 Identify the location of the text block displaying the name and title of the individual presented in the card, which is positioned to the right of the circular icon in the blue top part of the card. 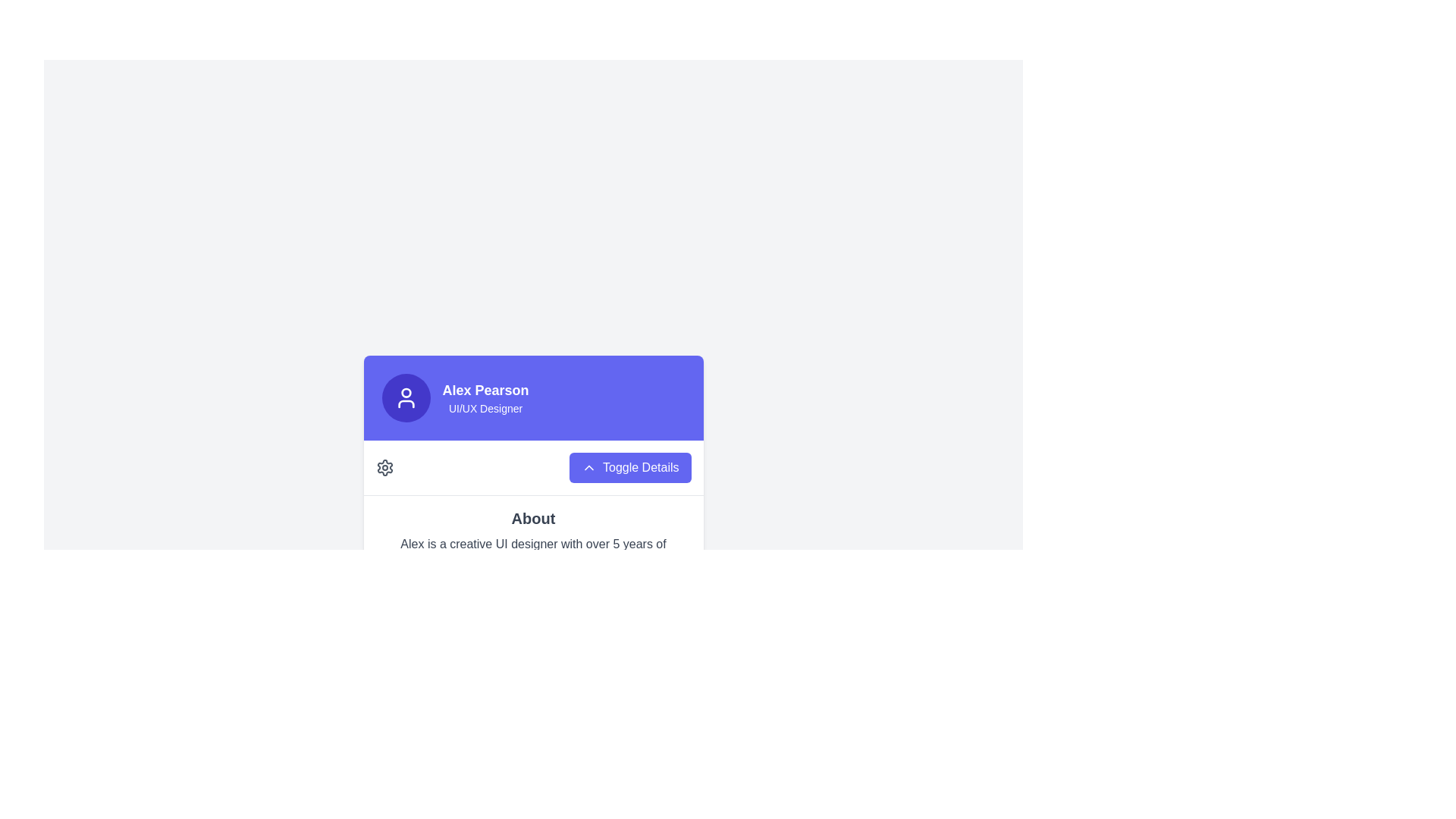
(485, 397).